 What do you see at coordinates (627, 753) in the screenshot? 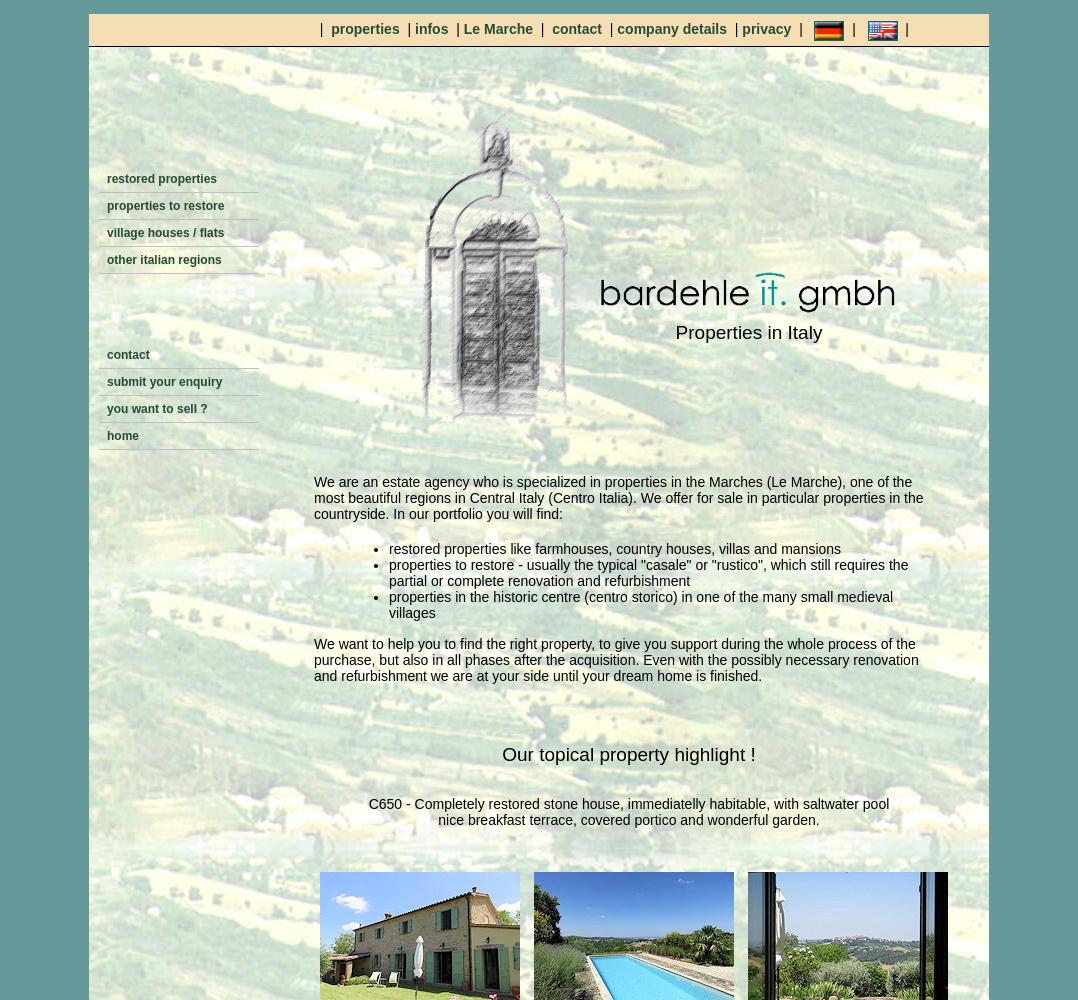
I see `'Our topical property highlight !'` at bounding box center [627, 753].